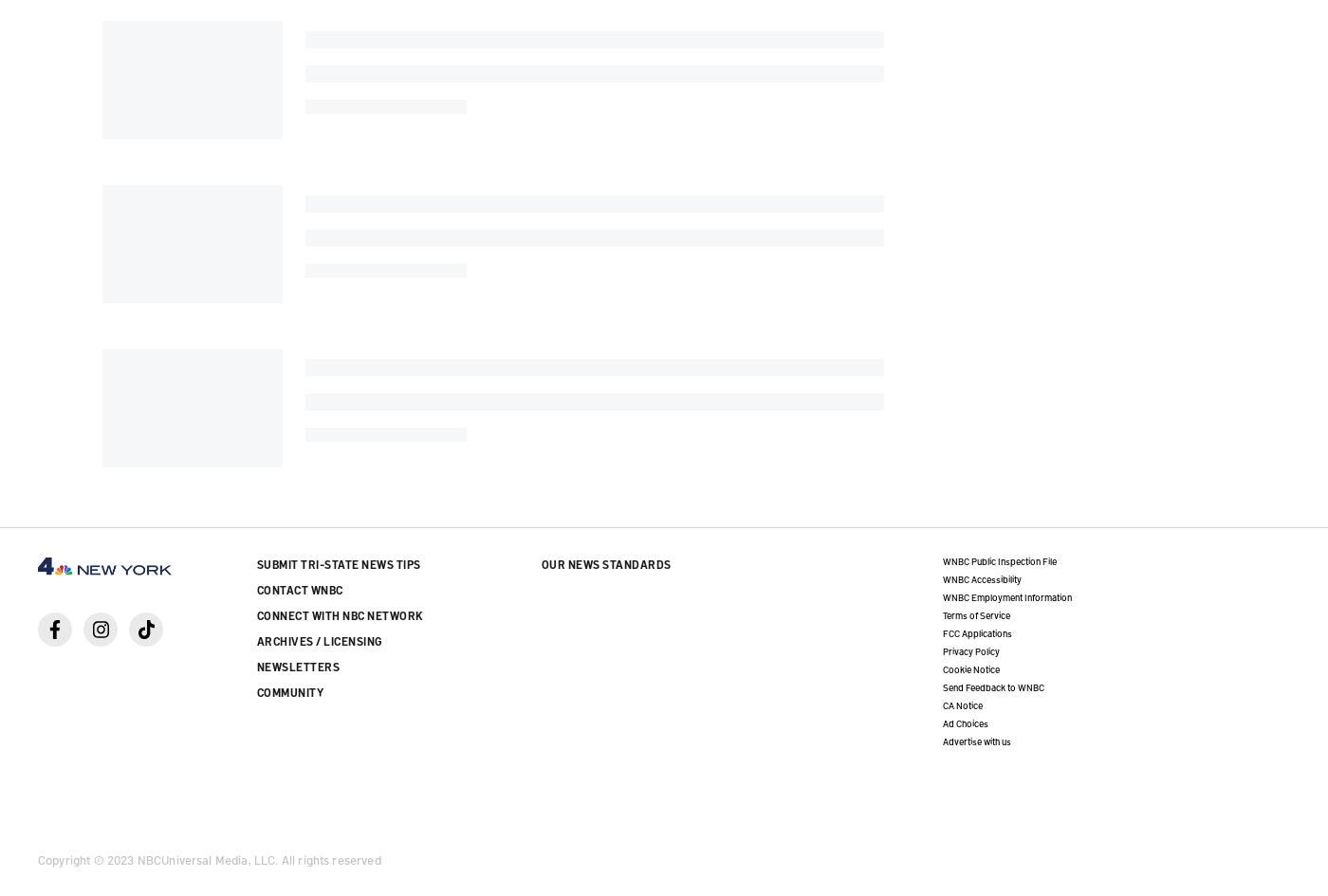 The height and width of the screenshot is (896, 1328). I want to click on 'WNBC Accessibility', so click(981, 576).